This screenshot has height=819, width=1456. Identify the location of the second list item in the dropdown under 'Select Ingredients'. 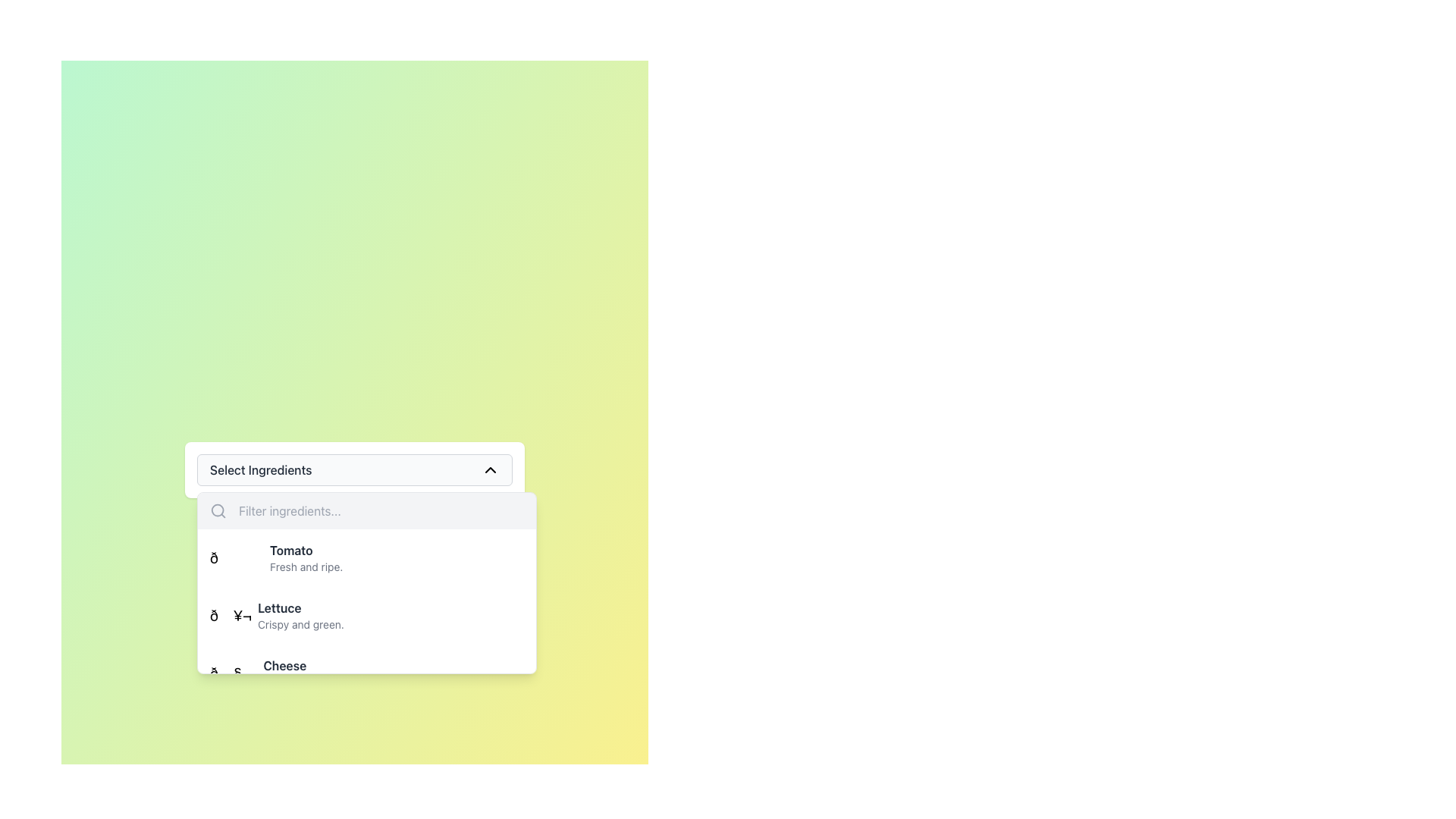
(277, 616).